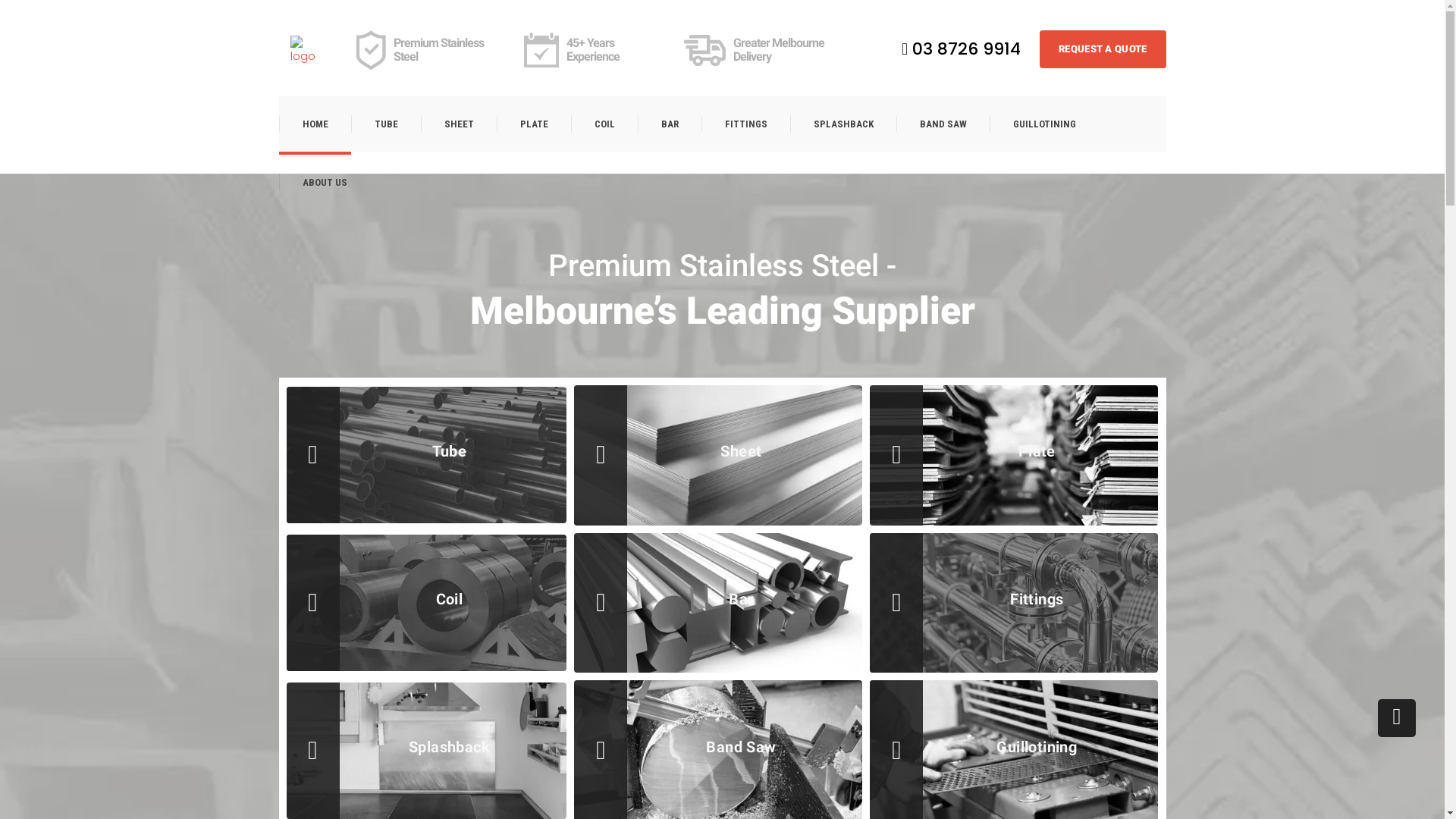  What do you see at coordinates (1103, 49) in the screenshot?
I see `'REQUEST A QUOTE'` at bounding box center [1103, 49].